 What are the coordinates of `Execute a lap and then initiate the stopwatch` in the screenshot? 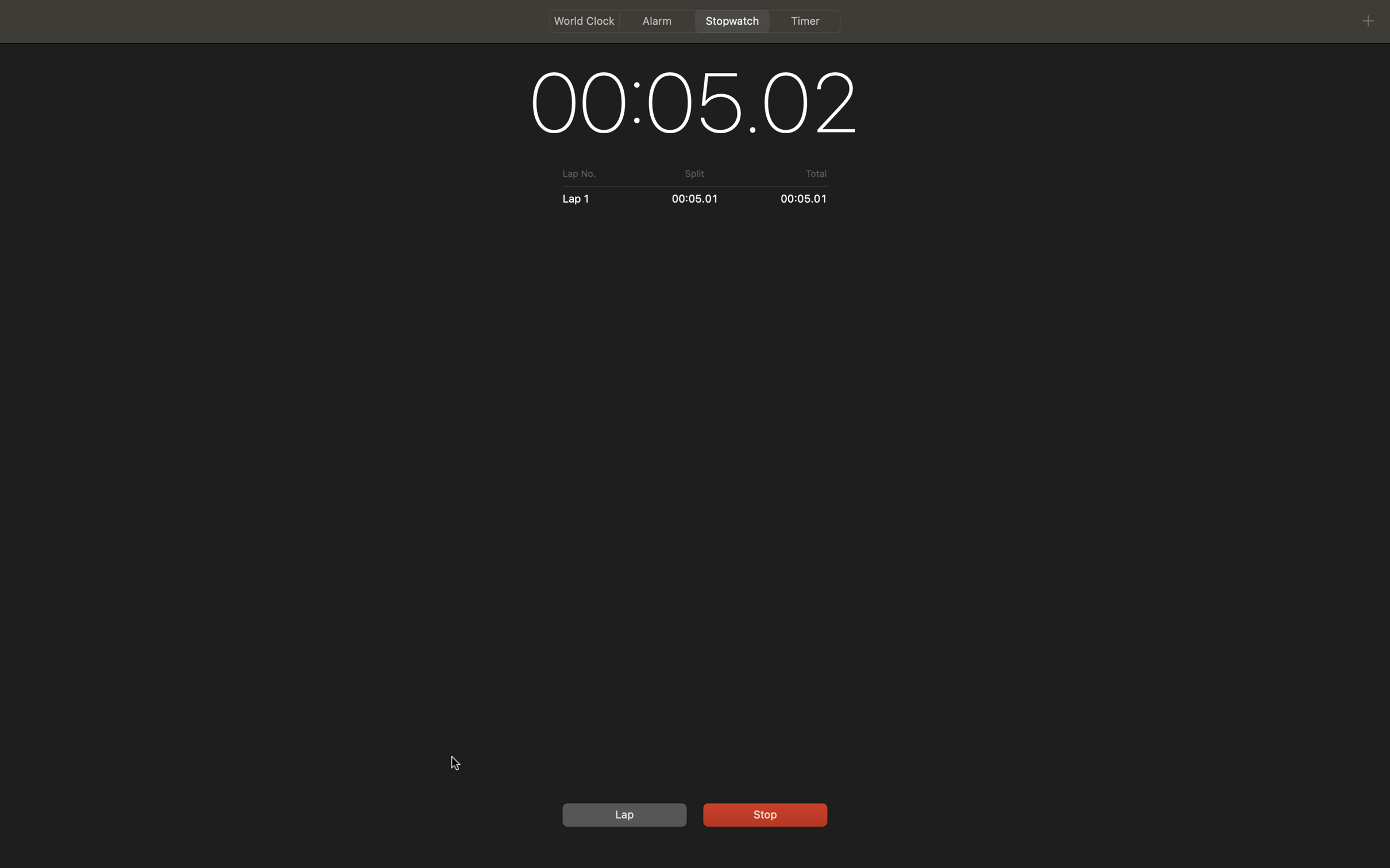 It's located at (622, 814).